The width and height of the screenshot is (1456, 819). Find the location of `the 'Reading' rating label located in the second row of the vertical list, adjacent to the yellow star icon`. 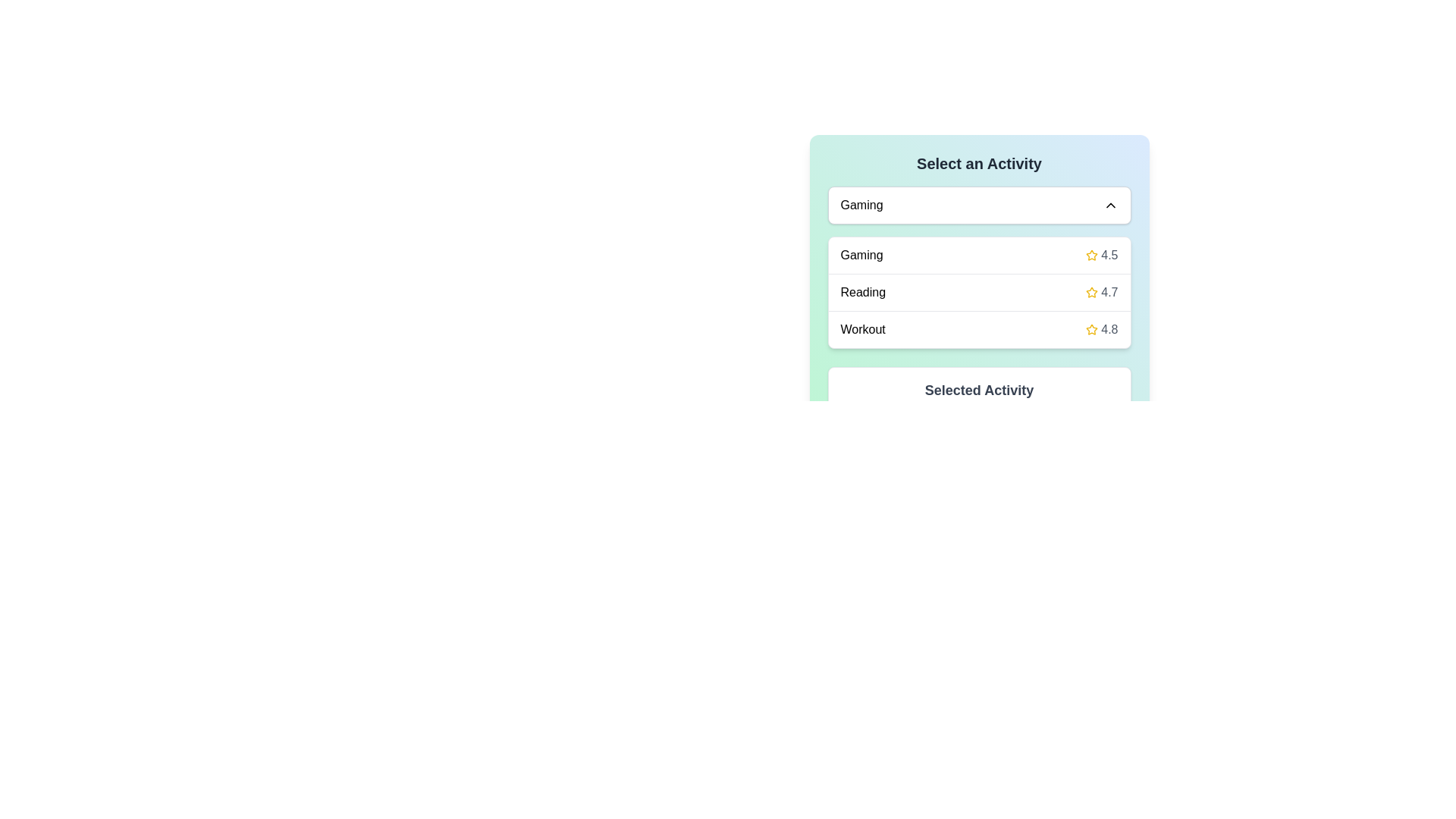

the 'Reading' rating label located in the second row of the vertical list, adjacent to the yellow star icon is located at coordinates (1109, 292).